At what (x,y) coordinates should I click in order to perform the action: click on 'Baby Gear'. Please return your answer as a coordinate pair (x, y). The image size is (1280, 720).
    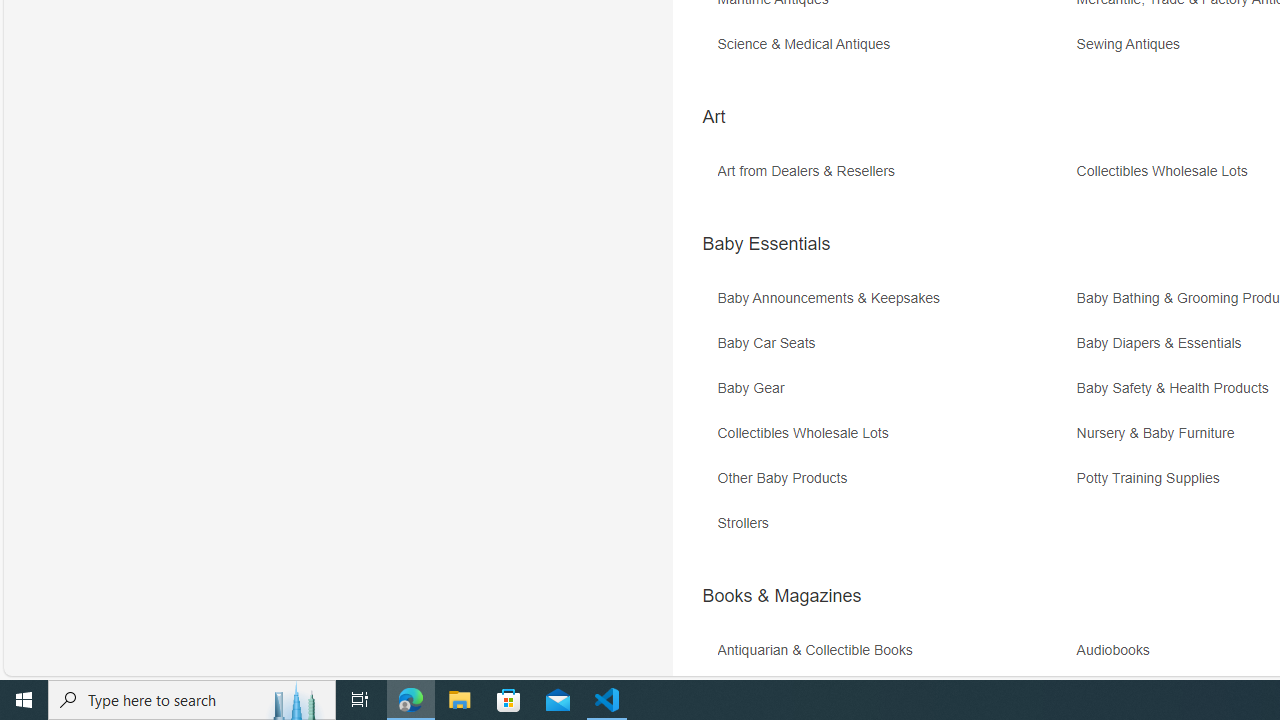
    Looking at the image, I should click on (893, 395).